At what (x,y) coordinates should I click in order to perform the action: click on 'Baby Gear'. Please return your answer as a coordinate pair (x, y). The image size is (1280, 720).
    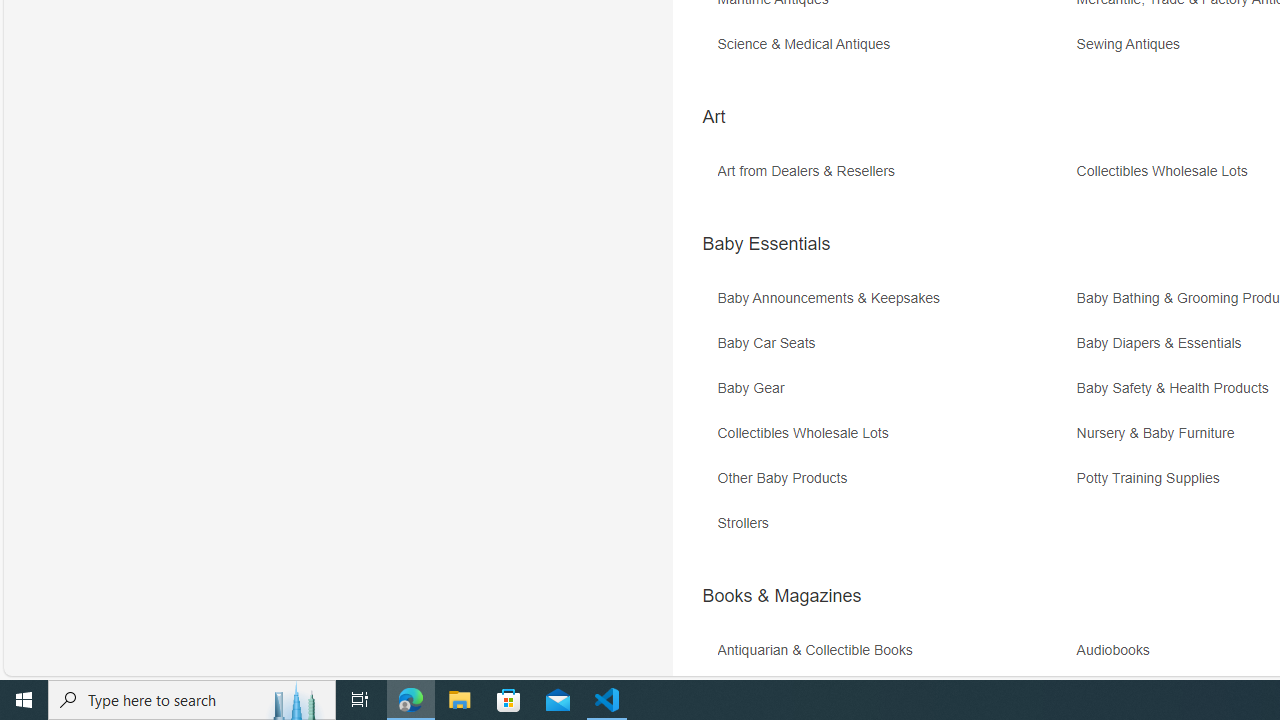
    Looking at the image, I should click on (893, 395).